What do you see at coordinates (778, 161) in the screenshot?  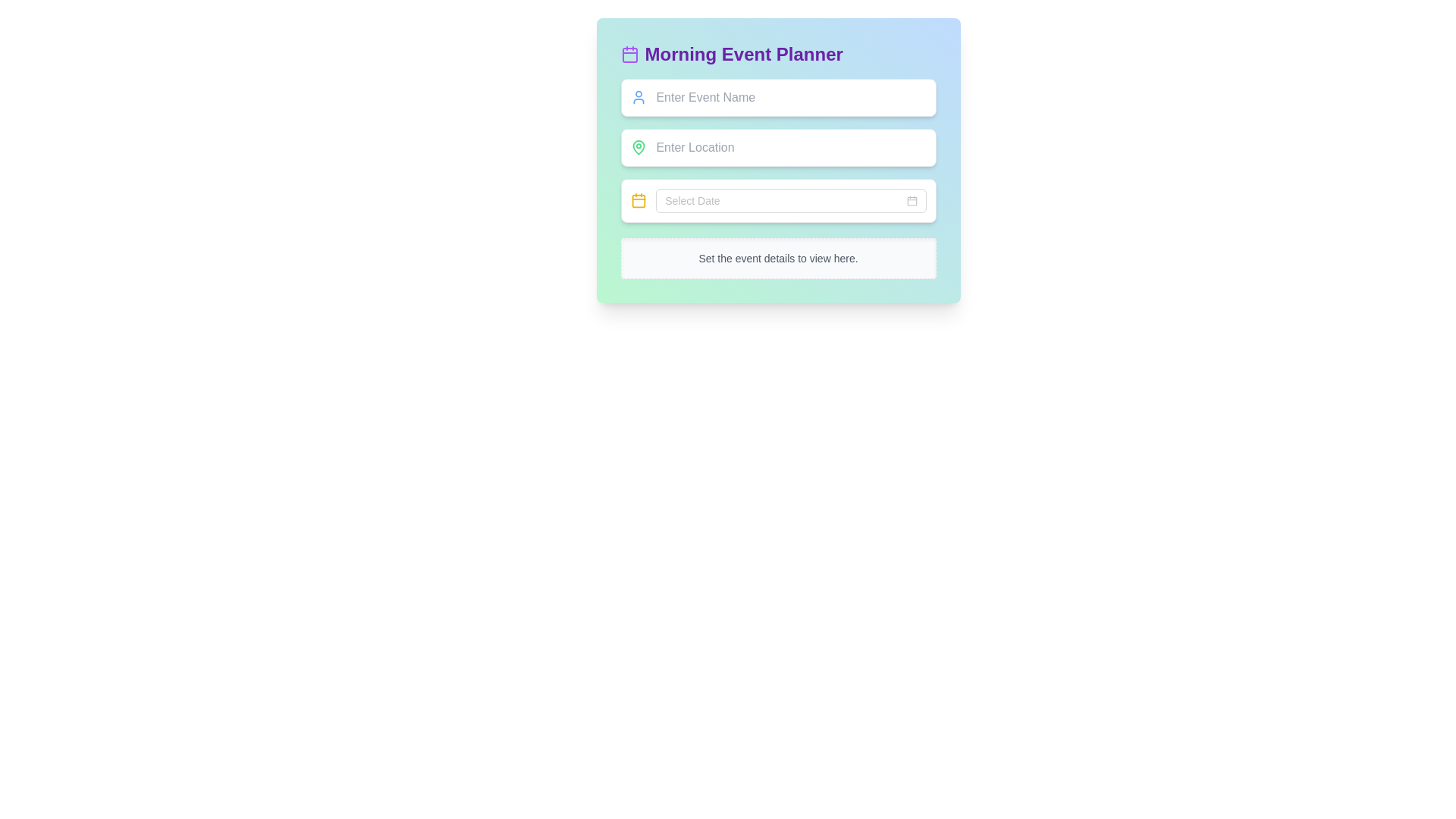 I see `inside the second text input field for entering the event location in the 'Morning Event Planner' section` at bounding box center [778, 161].